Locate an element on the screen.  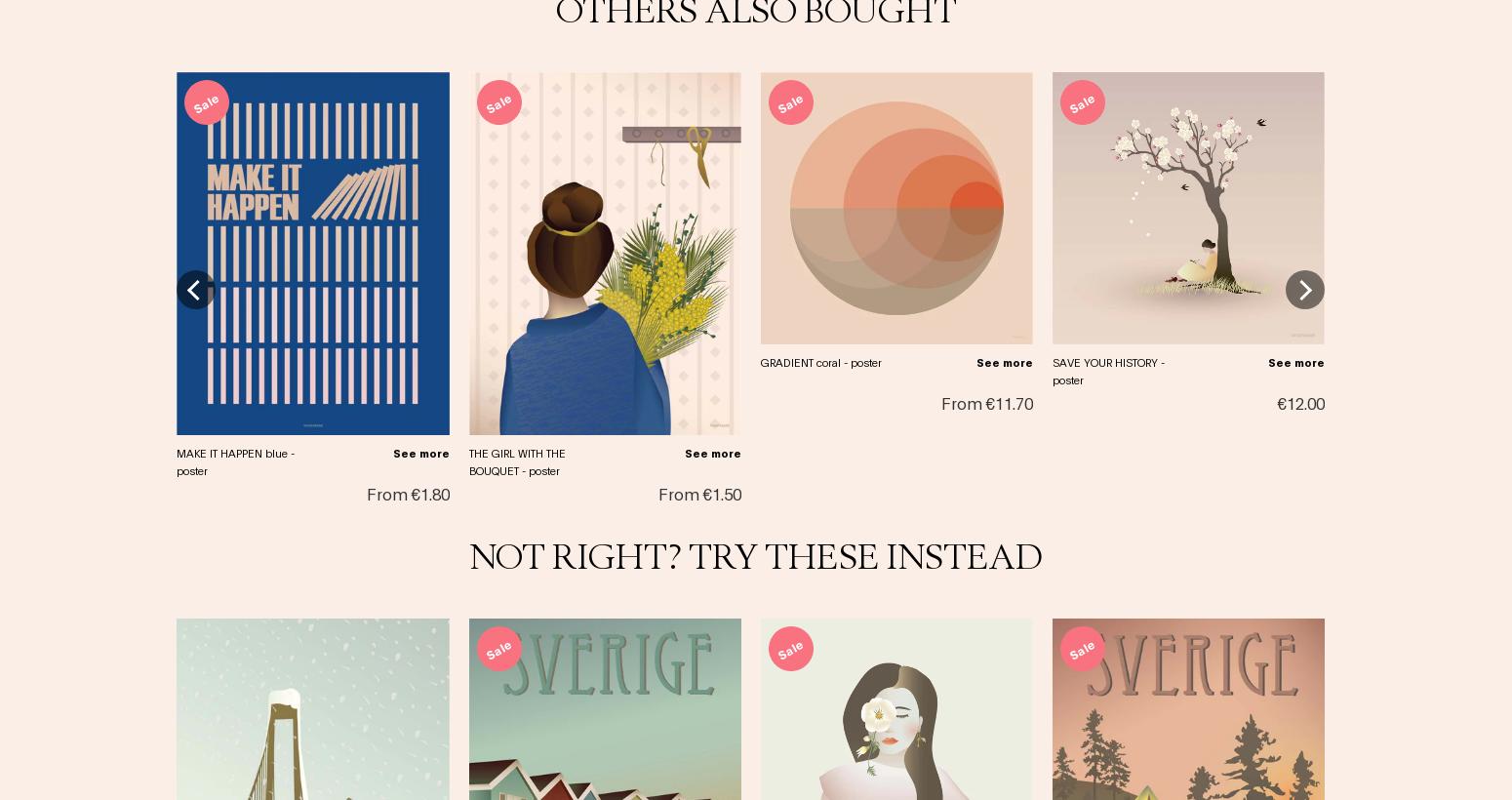
'MAKE IT HAPPEN blue - poster' is located at coordinates (235, 460).